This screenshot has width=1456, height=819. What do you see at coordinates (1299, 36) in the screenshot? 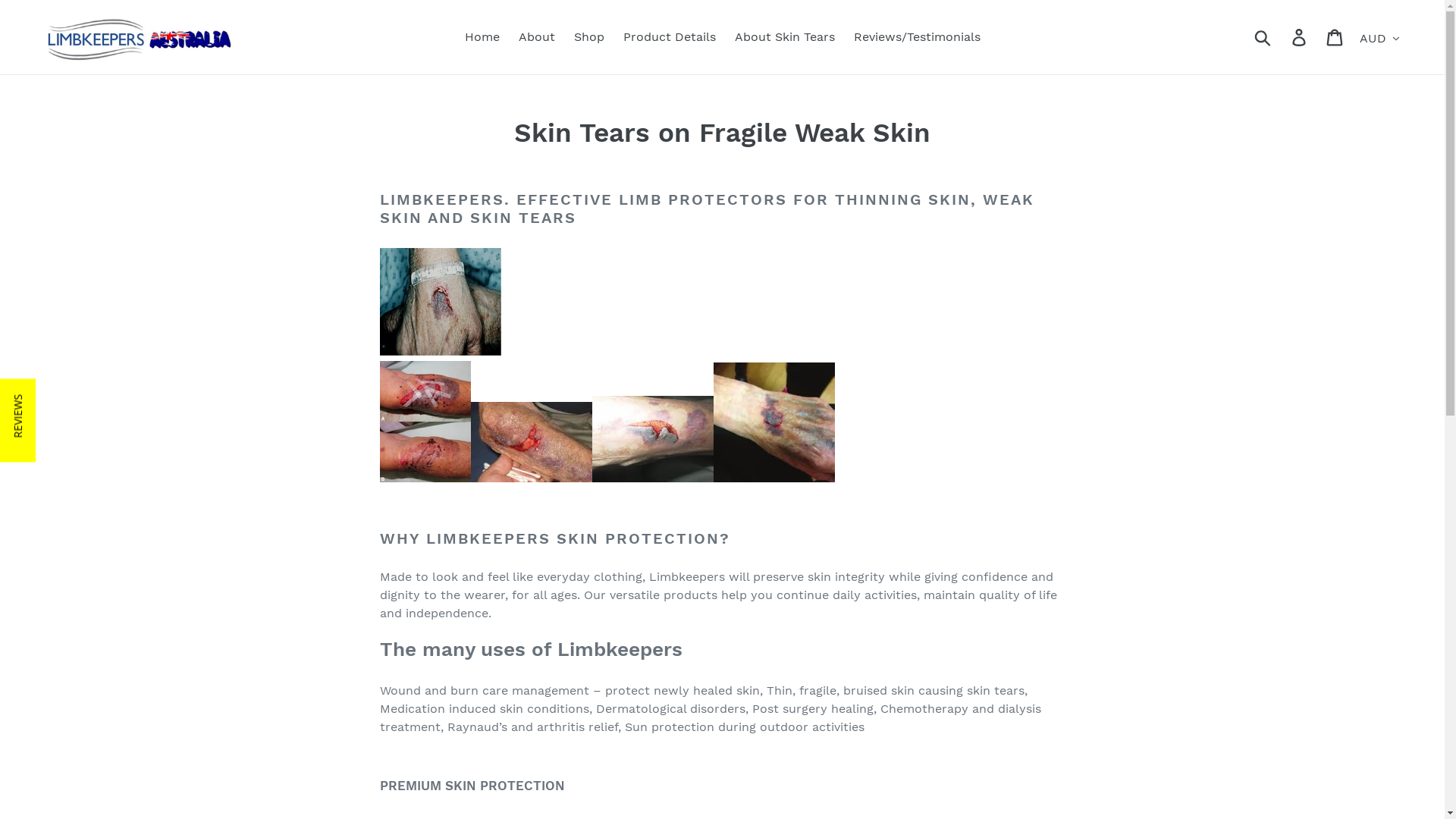
I see `'Log in'` at bounding box center [1299, 36].